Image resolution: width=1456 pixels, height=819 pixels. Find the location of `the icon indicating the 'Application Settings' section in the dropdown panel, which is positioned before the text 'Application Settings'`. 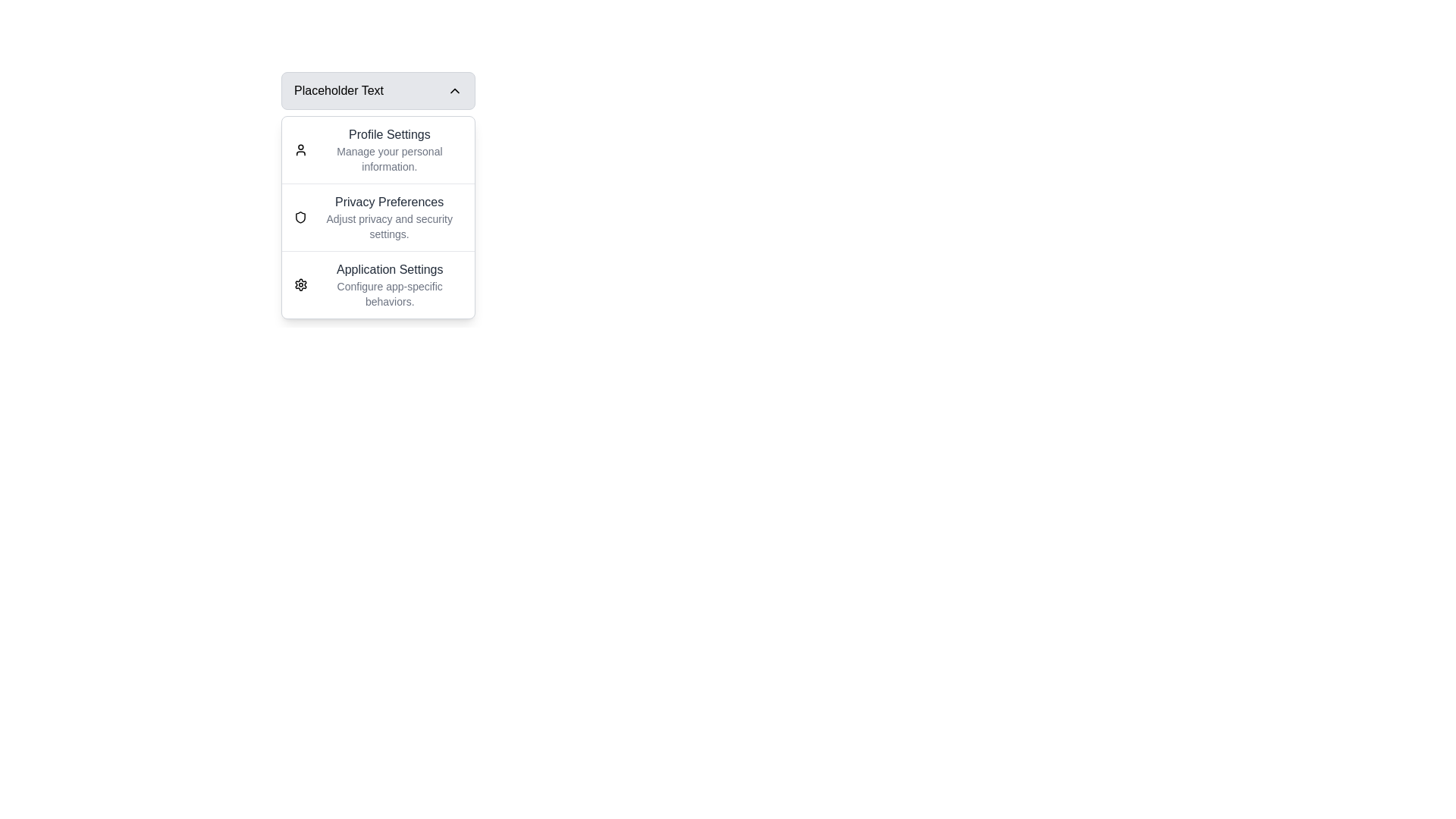

the icon indicating the 'Application Settings' section in the dropdown panel, which is positioned before the text 'Application Settings' is located at coordinates (301, 284).